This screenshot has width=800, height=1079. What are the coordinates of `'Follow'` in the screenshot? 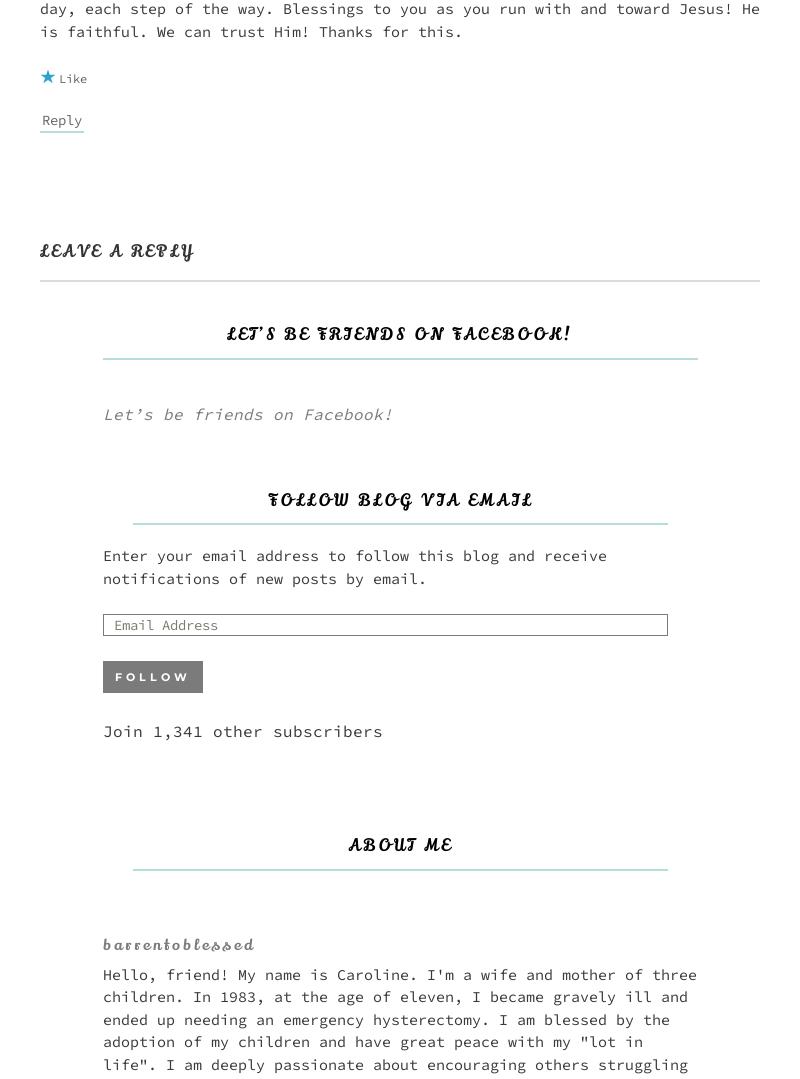 It's located at (152, 675).